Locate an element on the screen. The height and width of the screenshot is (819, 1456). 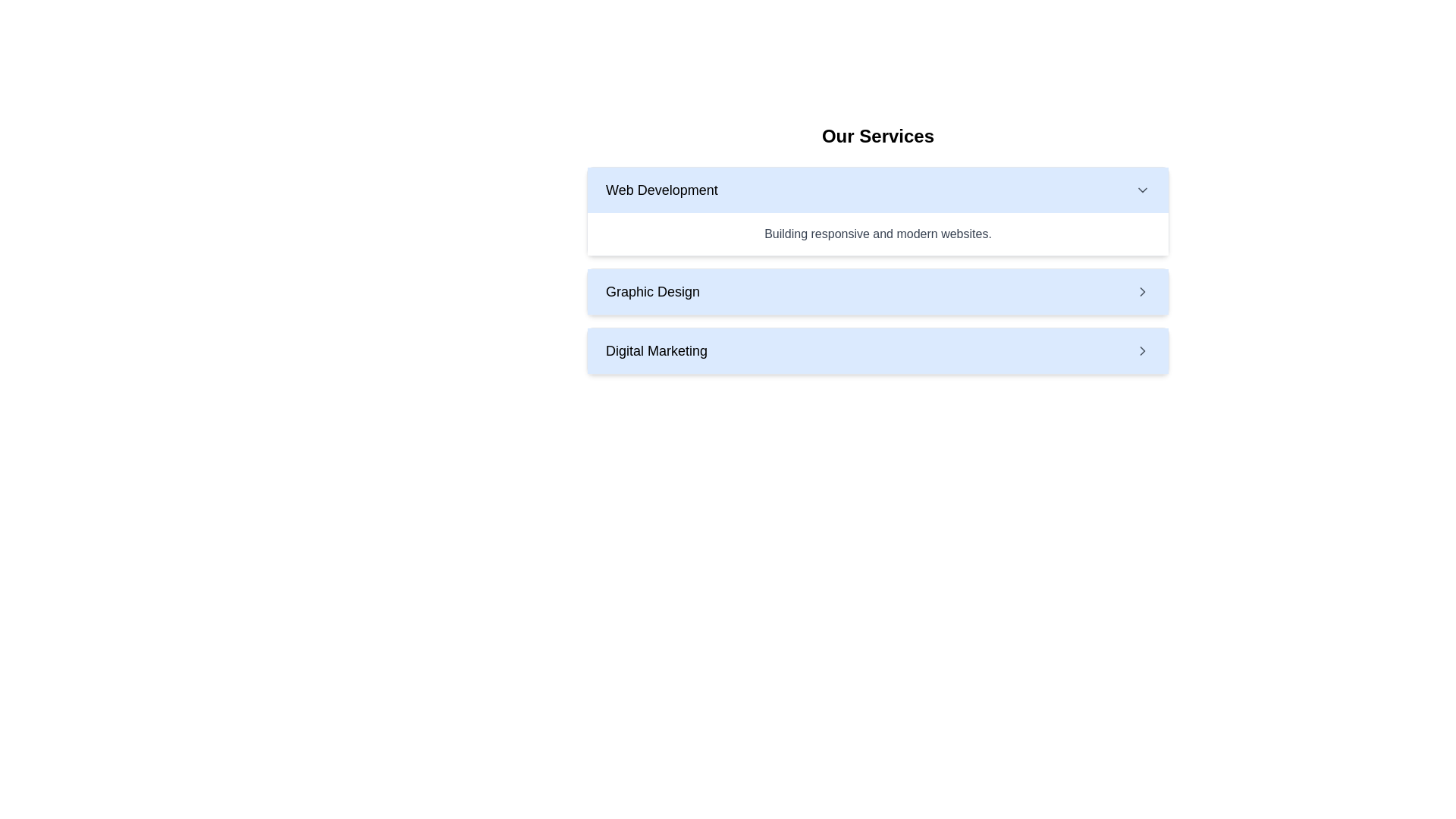
the 'Digital Marketing' button in the navigation list is located at coordinates (877, 350).